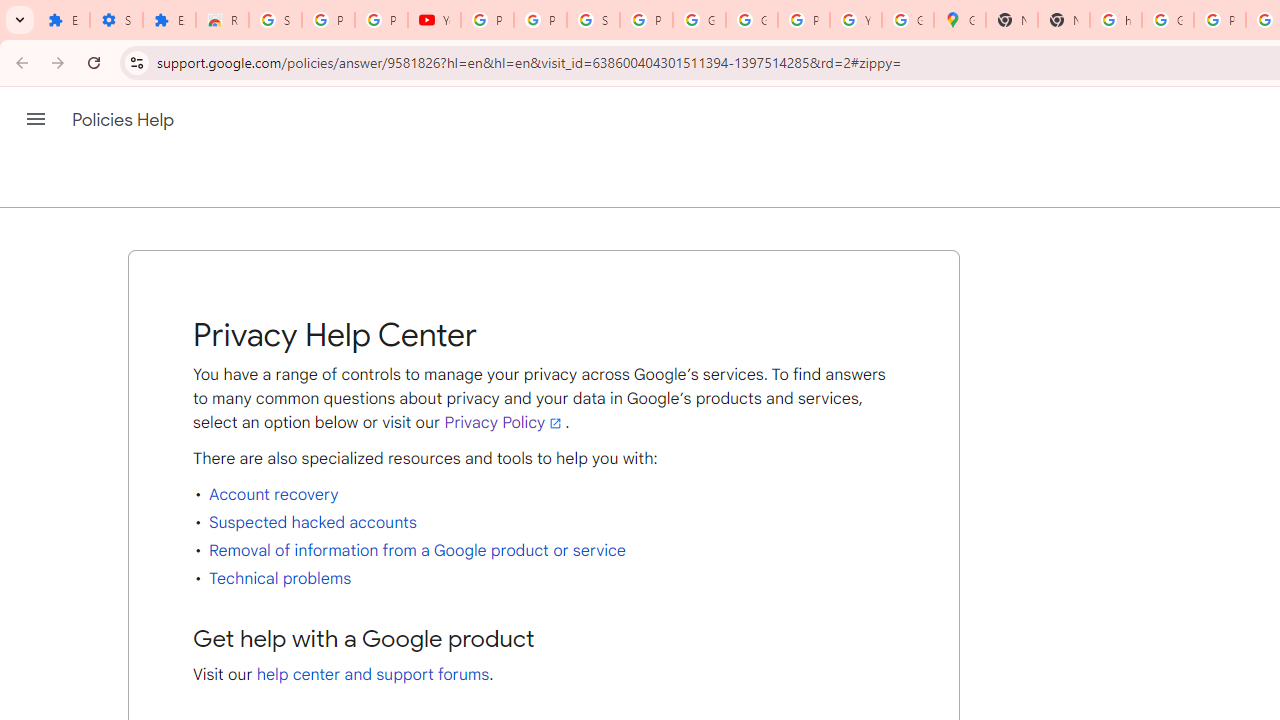 The height and width of the screenshot is (720, 1280). What do you see at coordinates (592, 20) in the screenshot?
I see `'Sign in - Google Accounts'` at bounding box center [592, 20].